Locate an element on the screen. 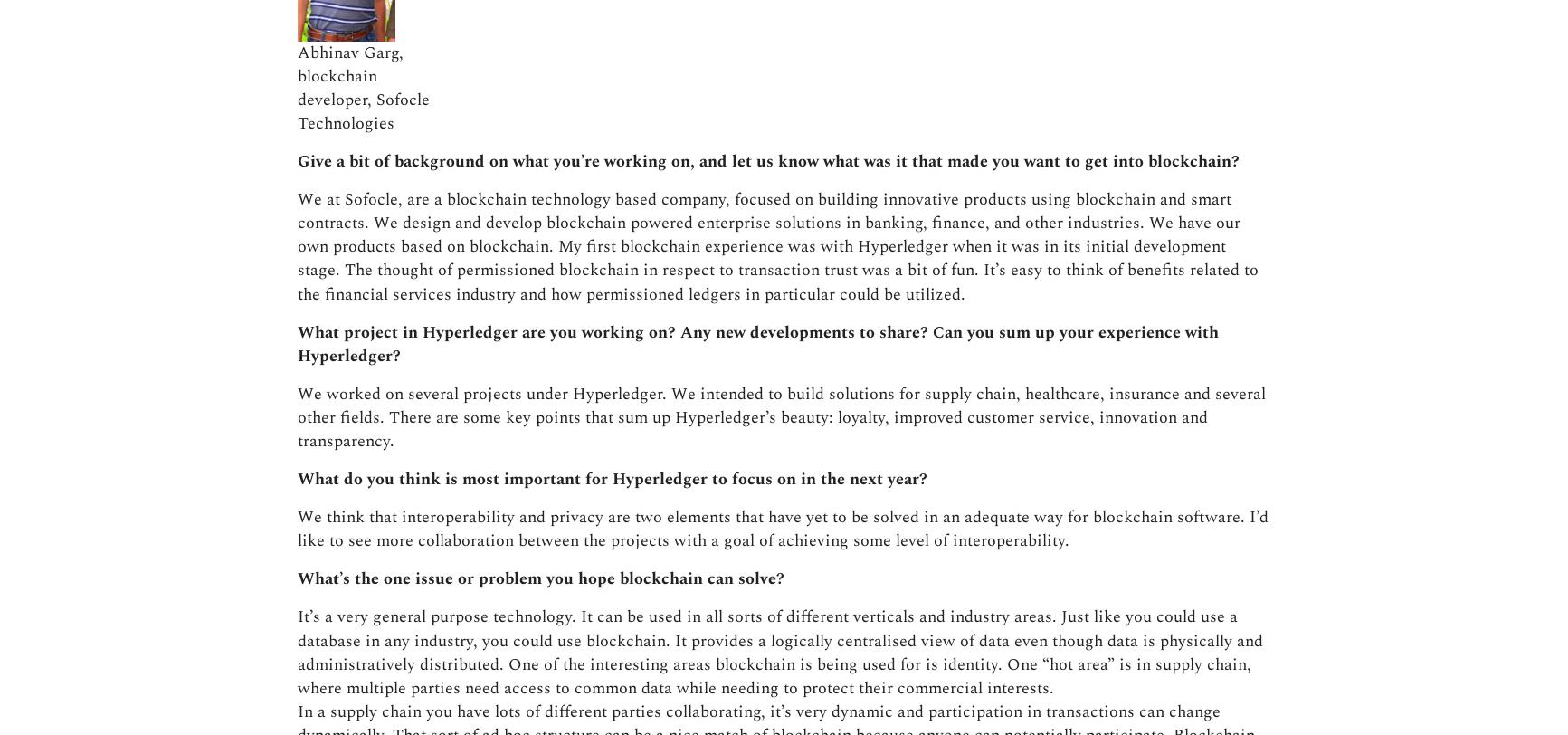 The width and height of the screenshot is (1568, 735). 'What’s the one issue or problem you hope blockchain can solve?' is located at coordinates (296, 199).